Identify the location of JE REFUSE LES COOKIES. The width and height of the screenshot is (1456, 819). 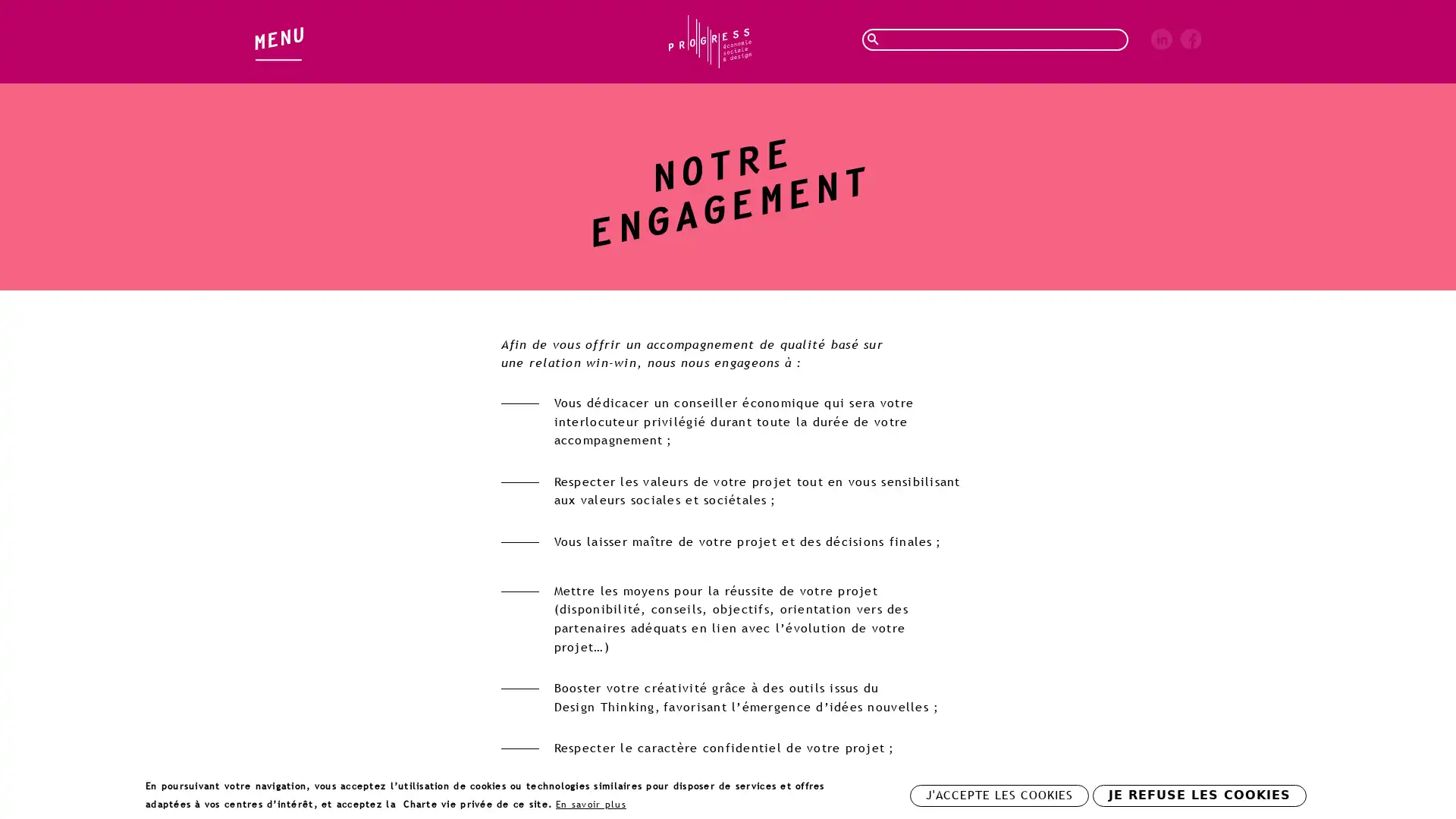
(1199, 795).